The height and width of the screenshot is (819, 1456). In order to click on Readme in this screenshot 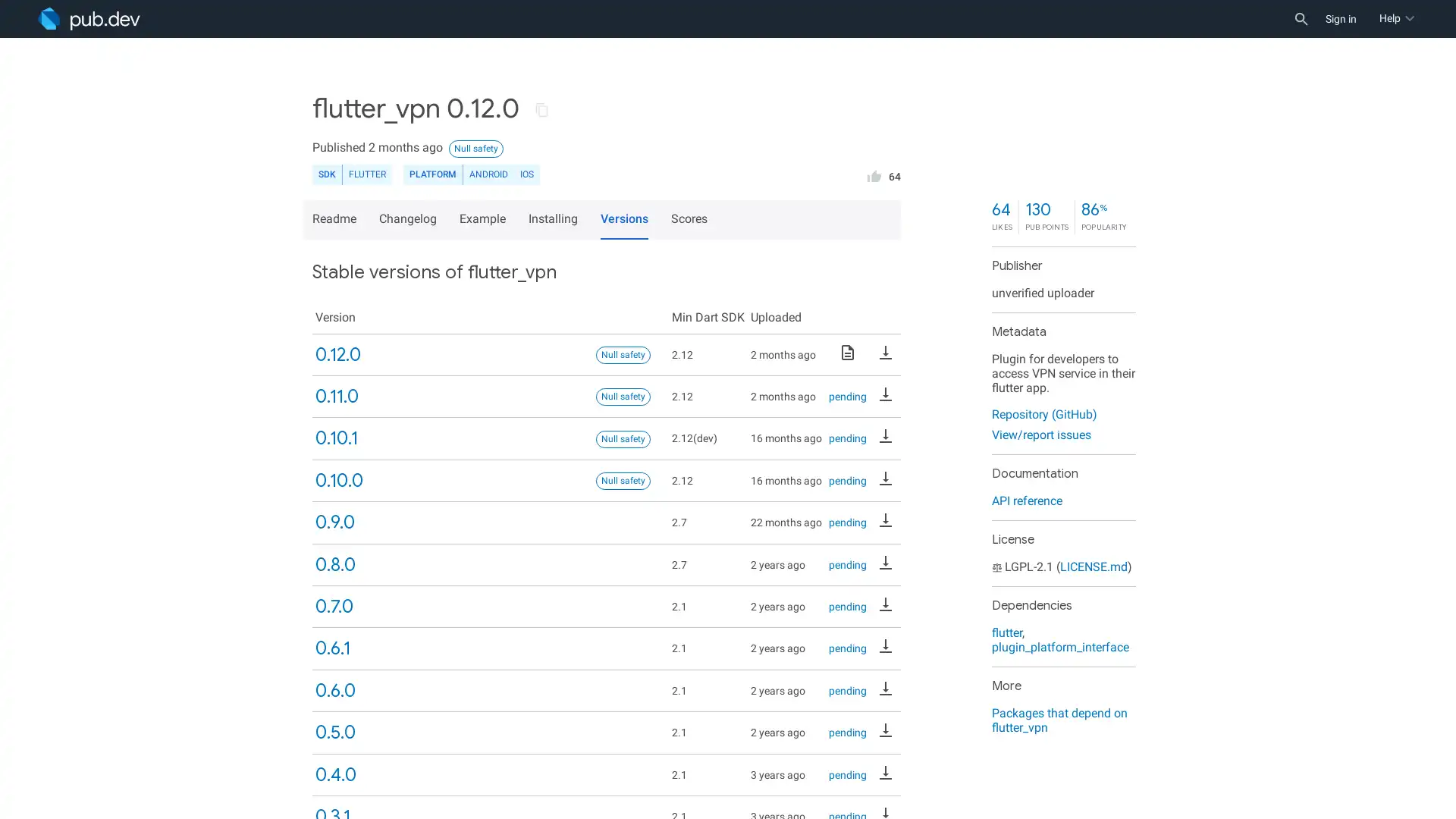, I will do `click(336, 219)`.